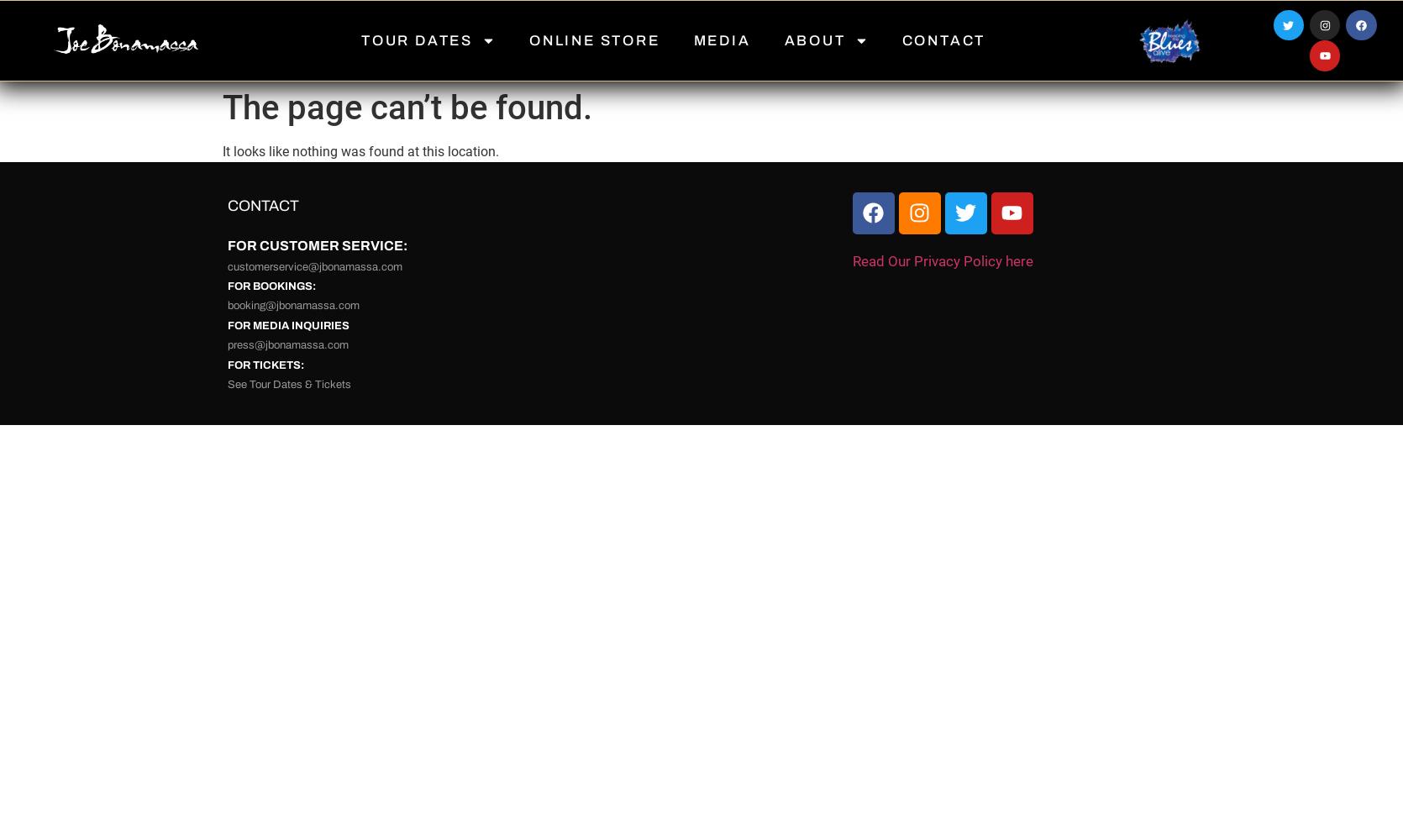 The image size is (1403, 840). I want to click on 'ONLINE STORE', so click(594, 39).